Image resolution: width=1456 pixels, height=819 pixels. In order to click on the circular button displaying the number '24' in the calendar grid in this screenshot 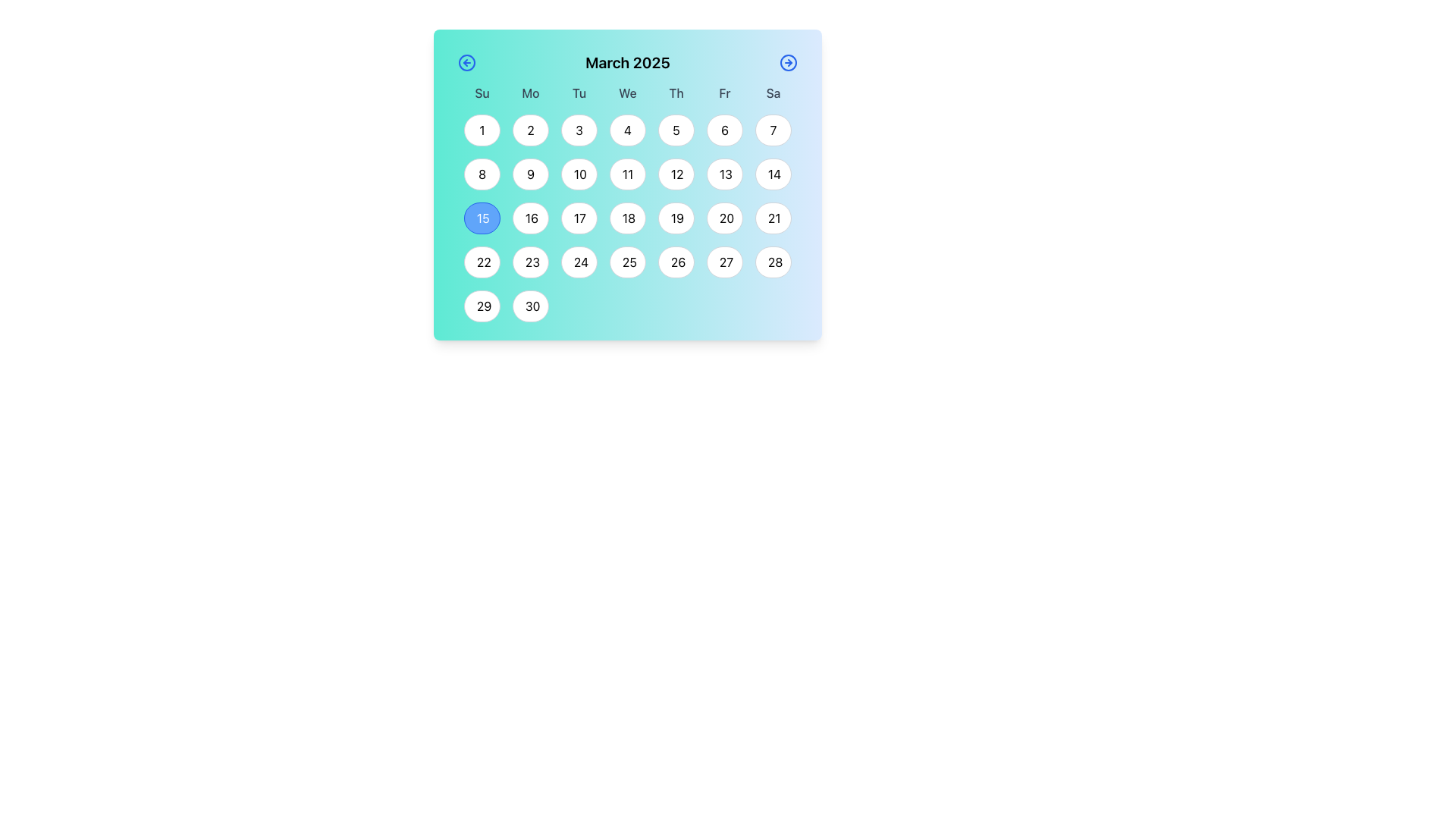, I will do `click(578, 262)`.